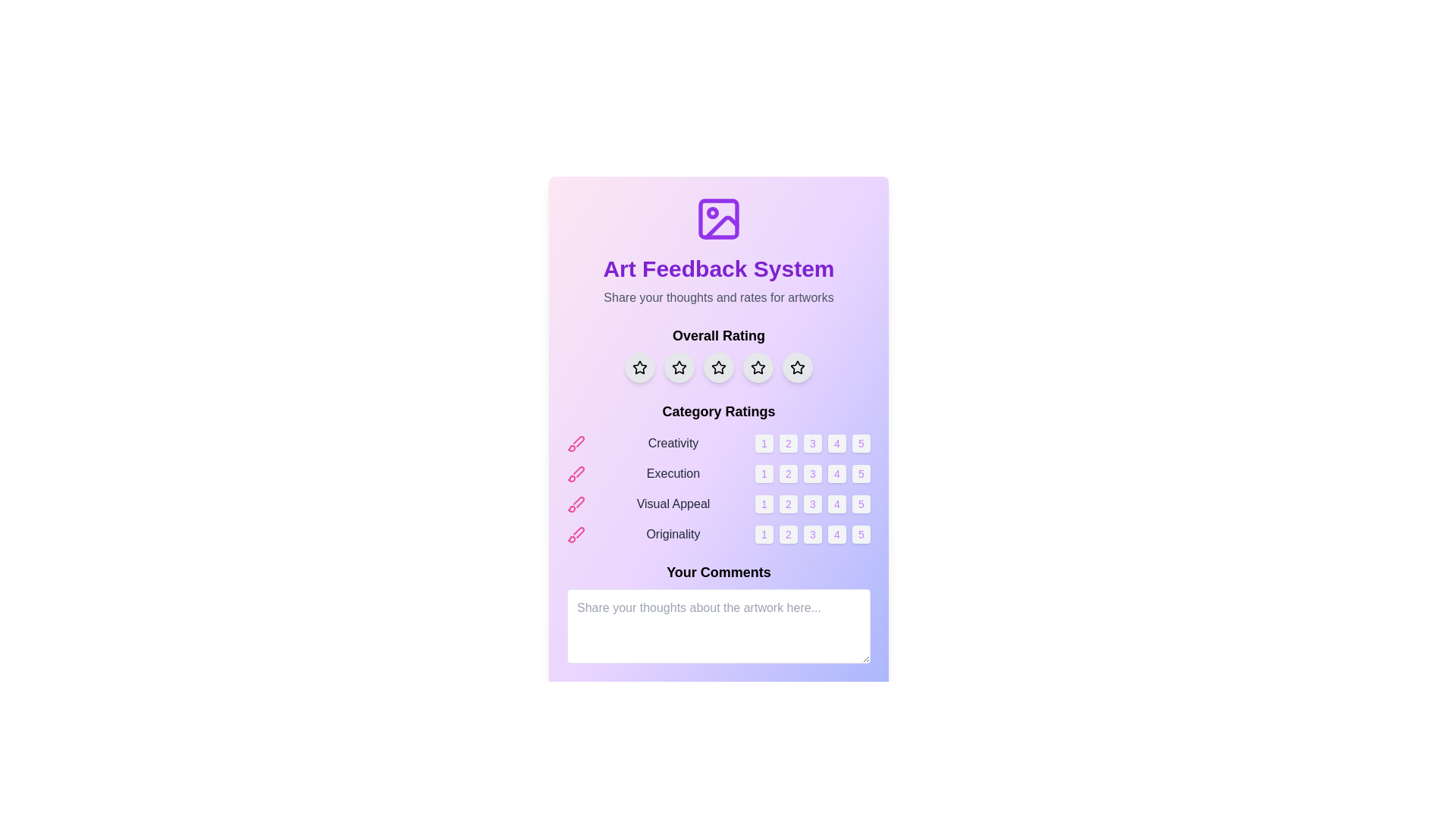 This screenshot has width=1456, height=819. What do you see at coordinates (789, 472) in the screenshot?
I see `the small square button with rounded corners containing the number '2' in purple text` at bounding box center [789, 472].